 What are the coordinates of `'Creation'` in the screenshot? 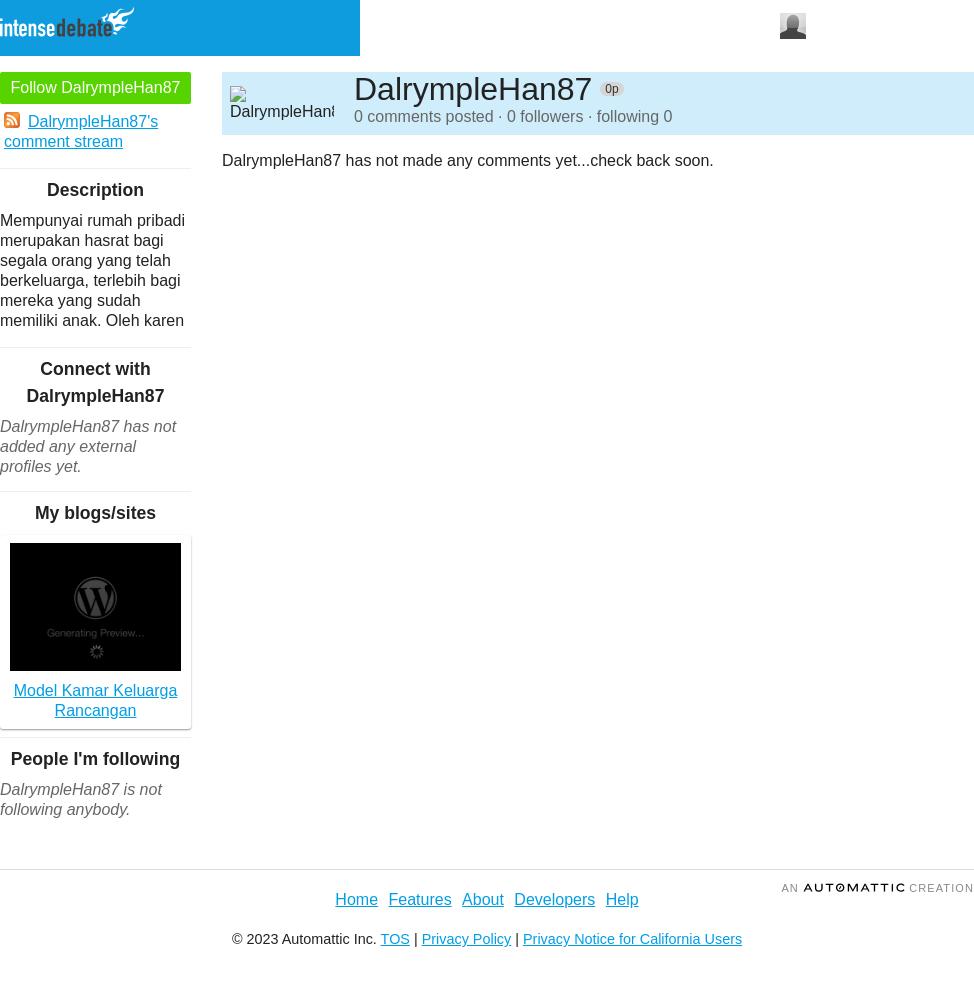 It's located at (938, 887).